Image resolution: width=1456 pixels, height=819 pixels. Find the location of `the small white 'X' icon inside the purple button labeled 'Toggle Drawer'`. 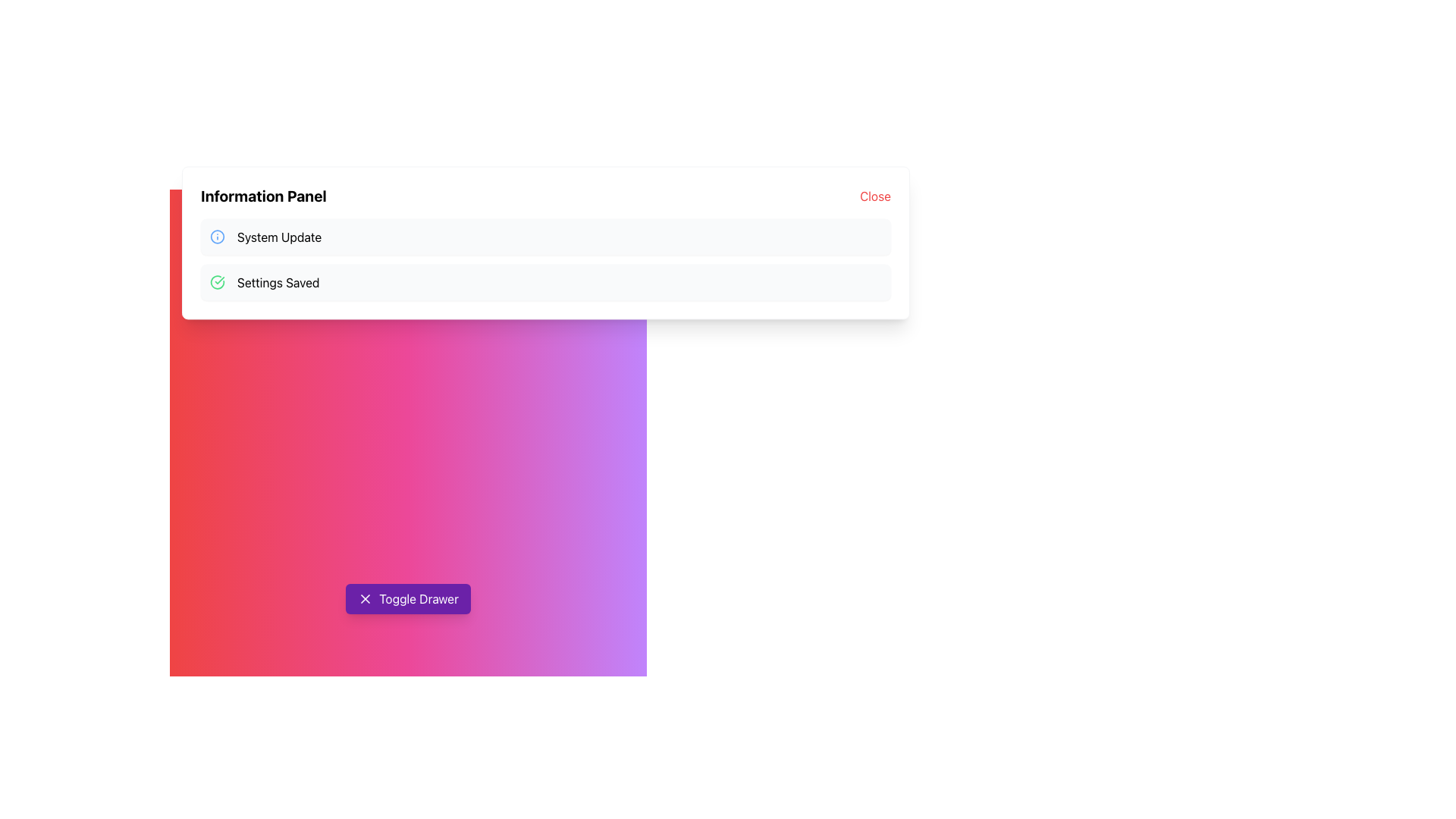

the small white 'X' icon inside the purple button labeled 'Toggle Drawer' is located at coordinates (366, 598).